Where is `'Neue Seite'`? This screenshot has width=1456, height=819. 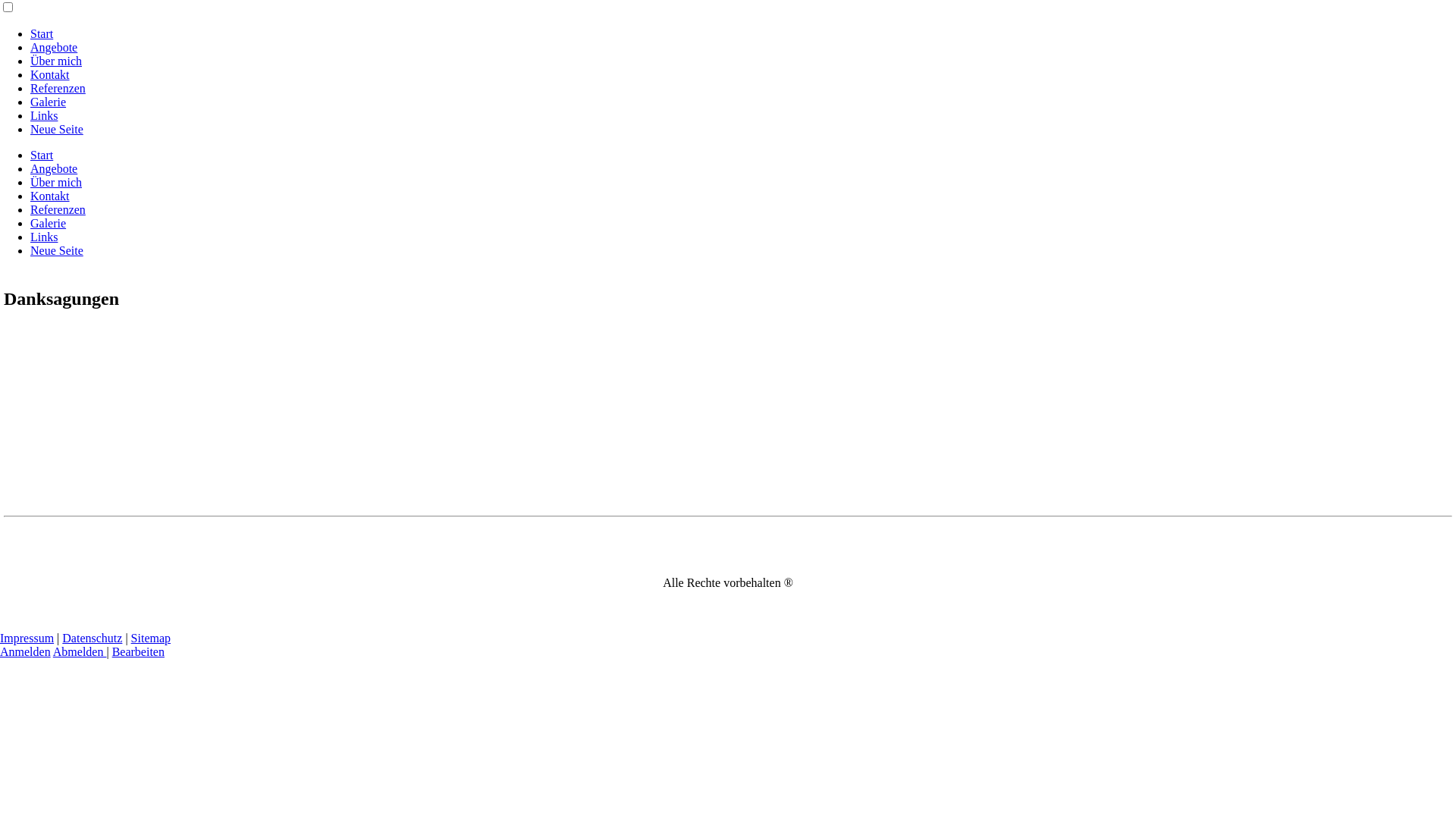 'Neue Seite' is located at coordinates (57, 128).